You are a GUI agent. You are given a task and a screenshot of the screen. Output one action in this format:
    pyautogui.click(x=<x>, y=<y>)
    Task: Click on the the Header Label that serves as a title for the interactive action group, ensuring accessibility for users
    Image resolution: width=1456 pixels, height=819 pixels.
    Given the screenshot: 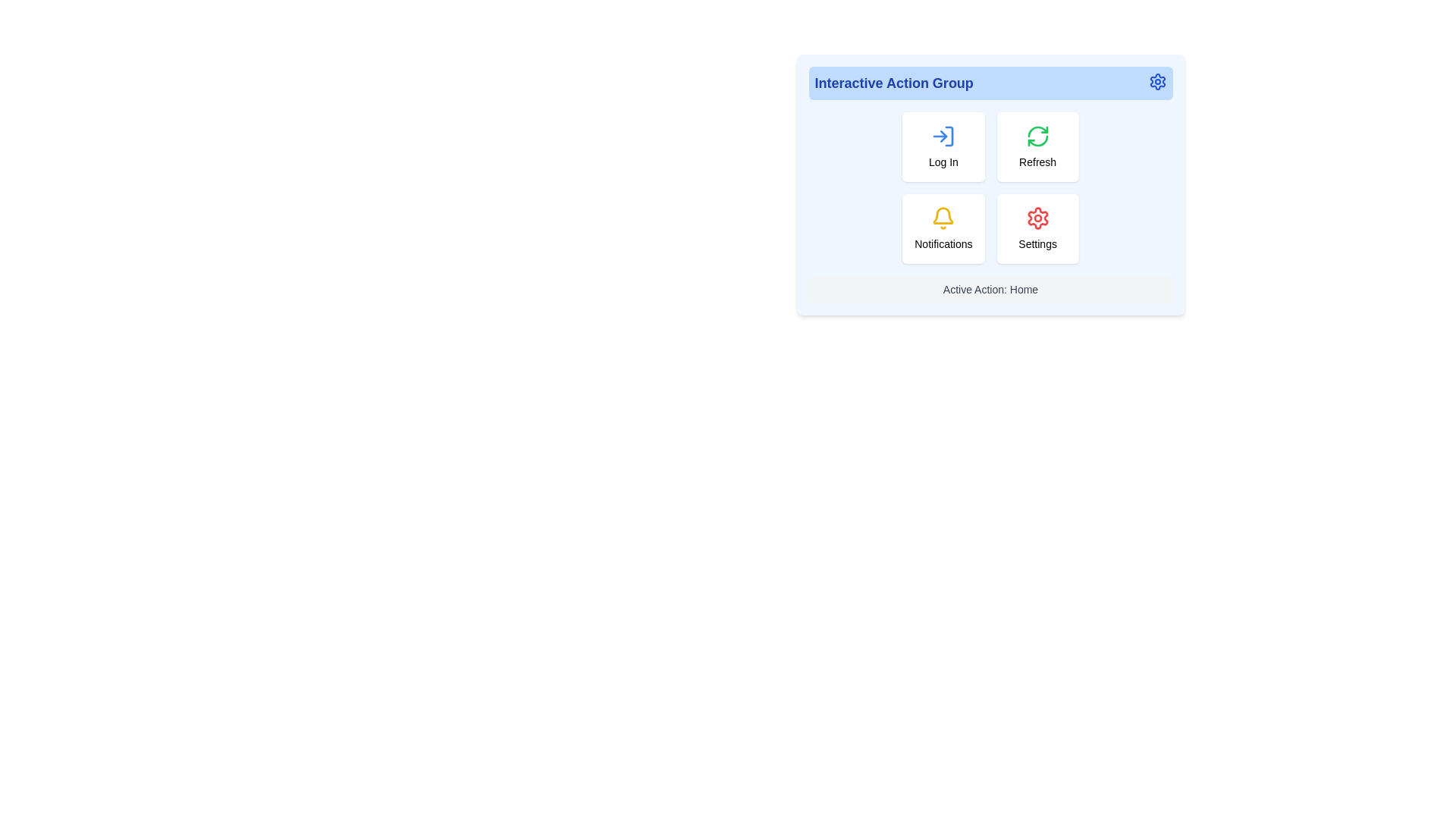 What is the action you would take?
    pyautogui.click(x=894, y=83)
    